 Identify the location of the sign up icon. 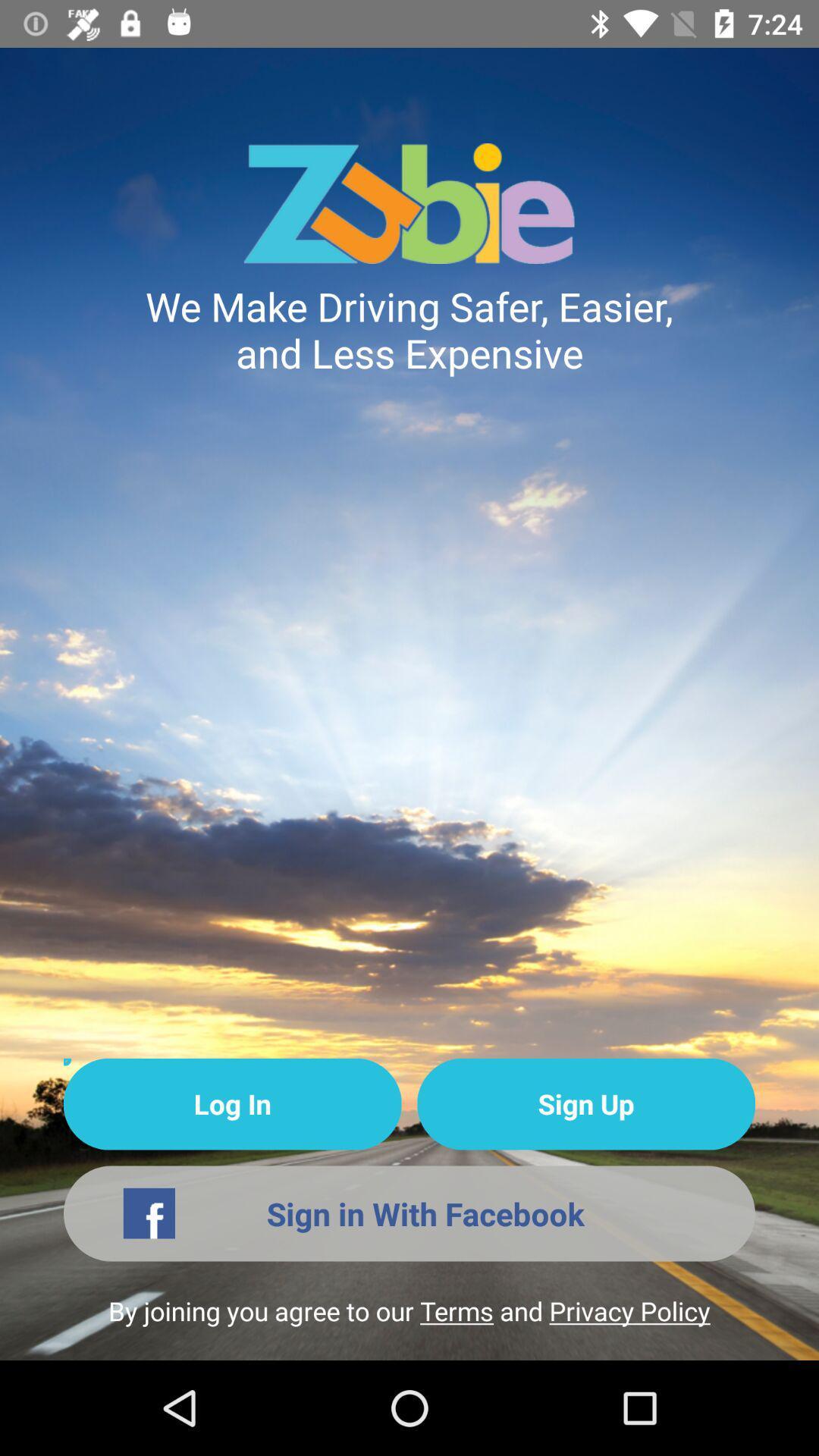
(585, 1104).